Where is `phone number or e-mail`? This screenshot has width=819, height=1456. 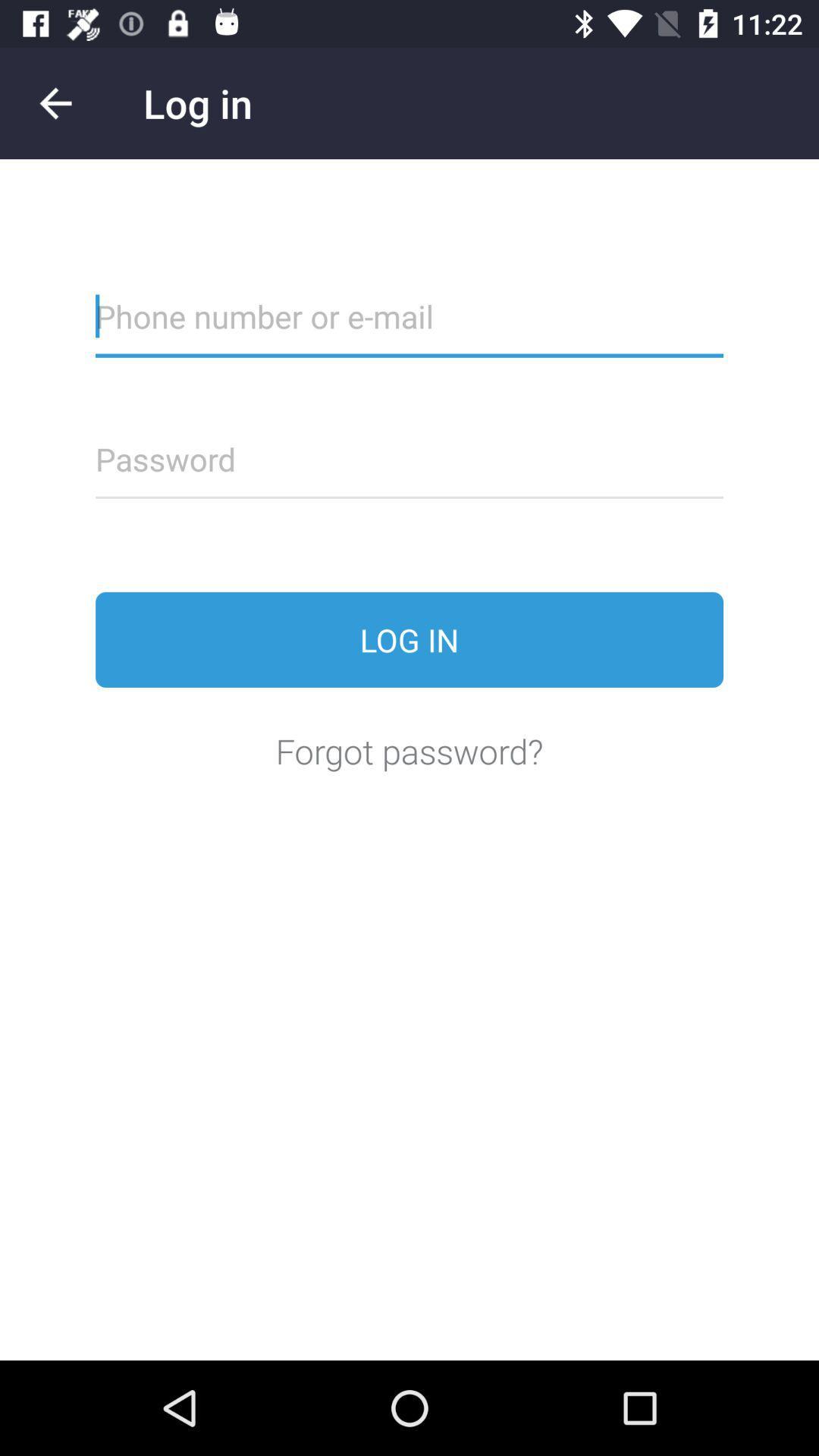
phone number or e-mail is located at coordinates (409, 325).